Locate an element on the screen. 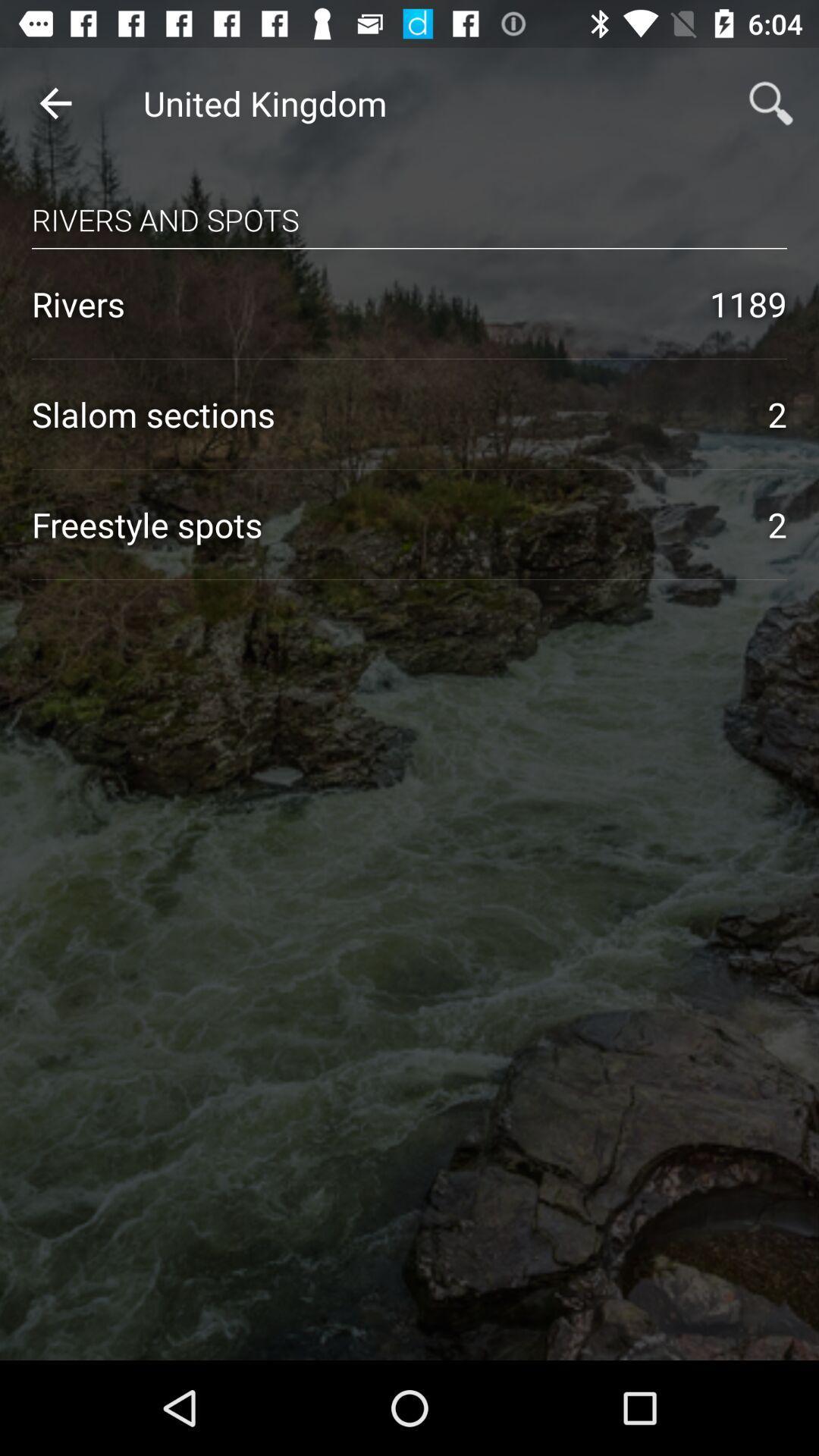  slalom sections is located at coordinates (383, 414).